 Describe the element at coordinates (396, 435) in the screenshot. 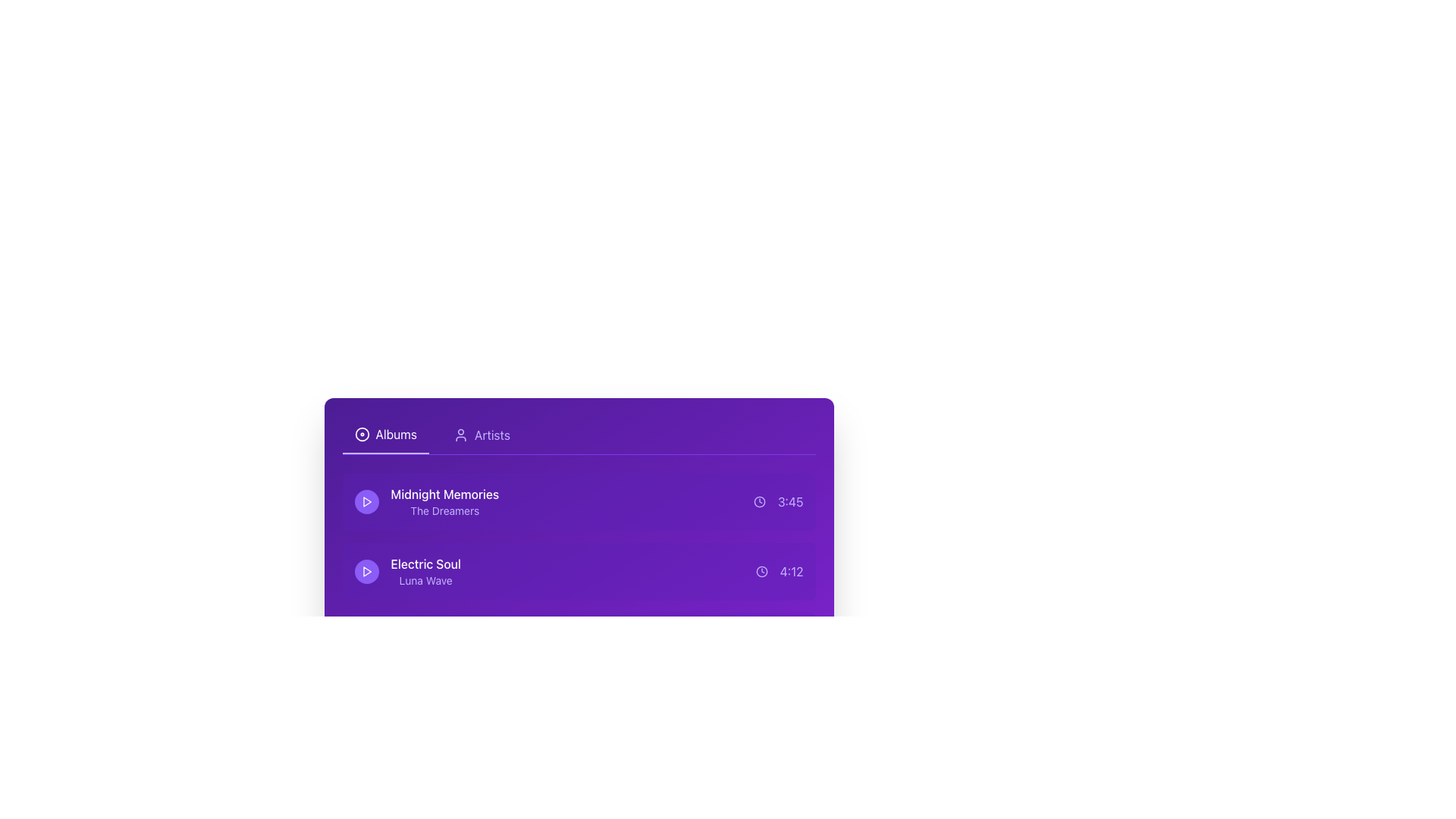

I see `the 'Albums' tab label` at that location.